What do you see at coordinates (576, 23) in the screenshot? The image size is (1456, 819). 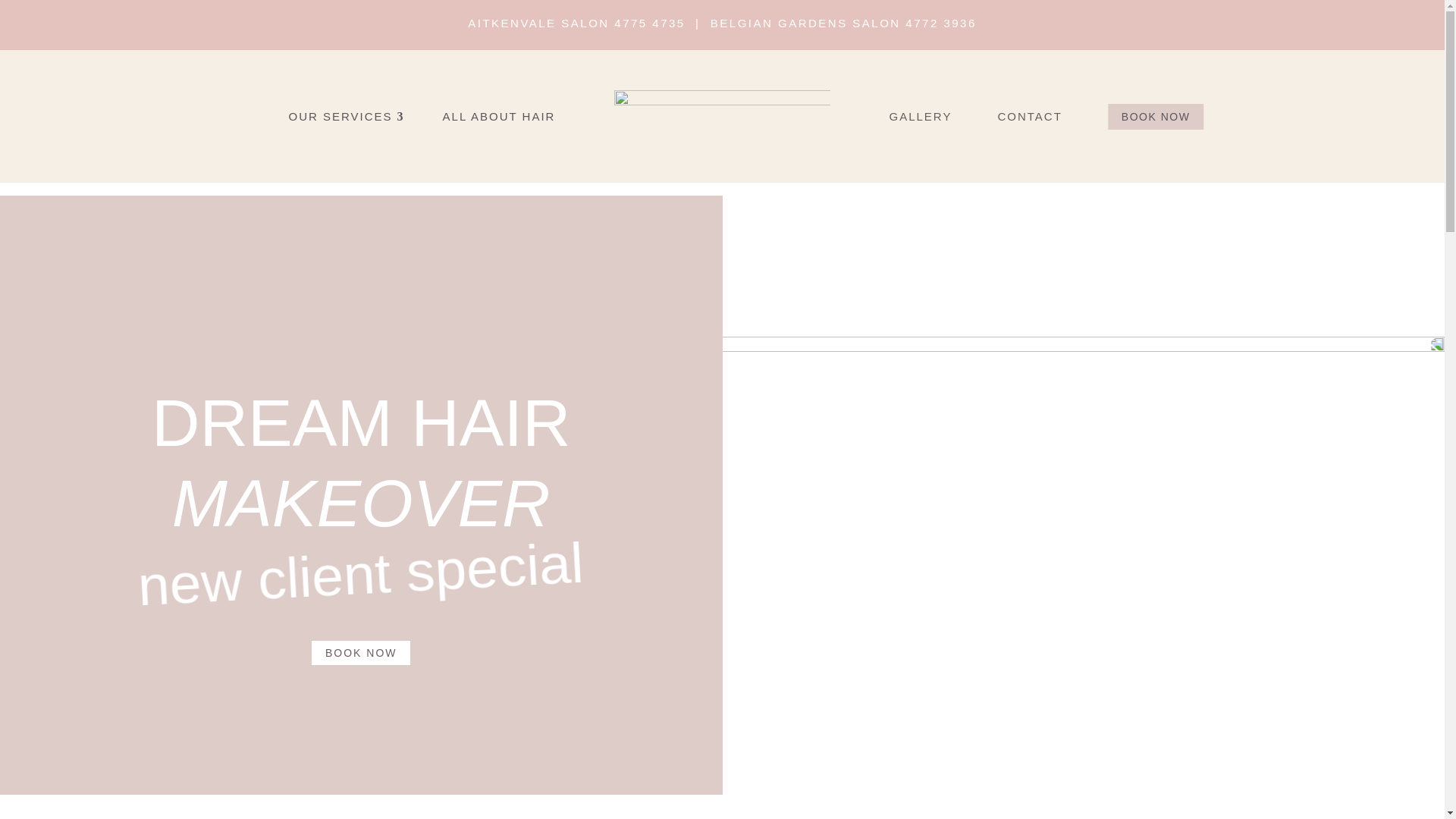 I see `'AITKENVALE SALON 4775 4735'` at bounding box center [576, 23].